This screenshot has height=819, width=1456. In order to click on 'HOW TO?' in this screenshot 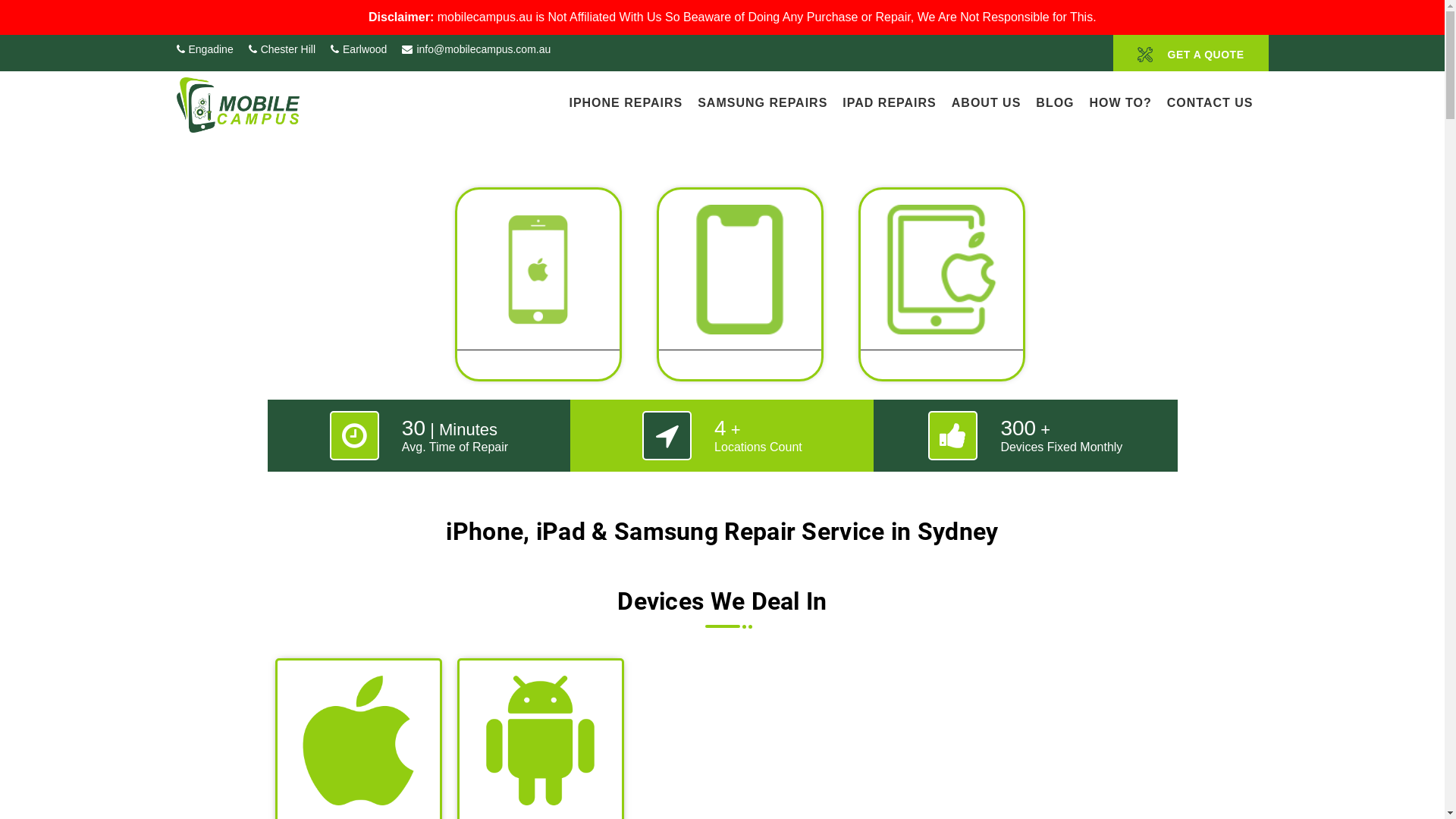, I will do `click(1121, 101)`.